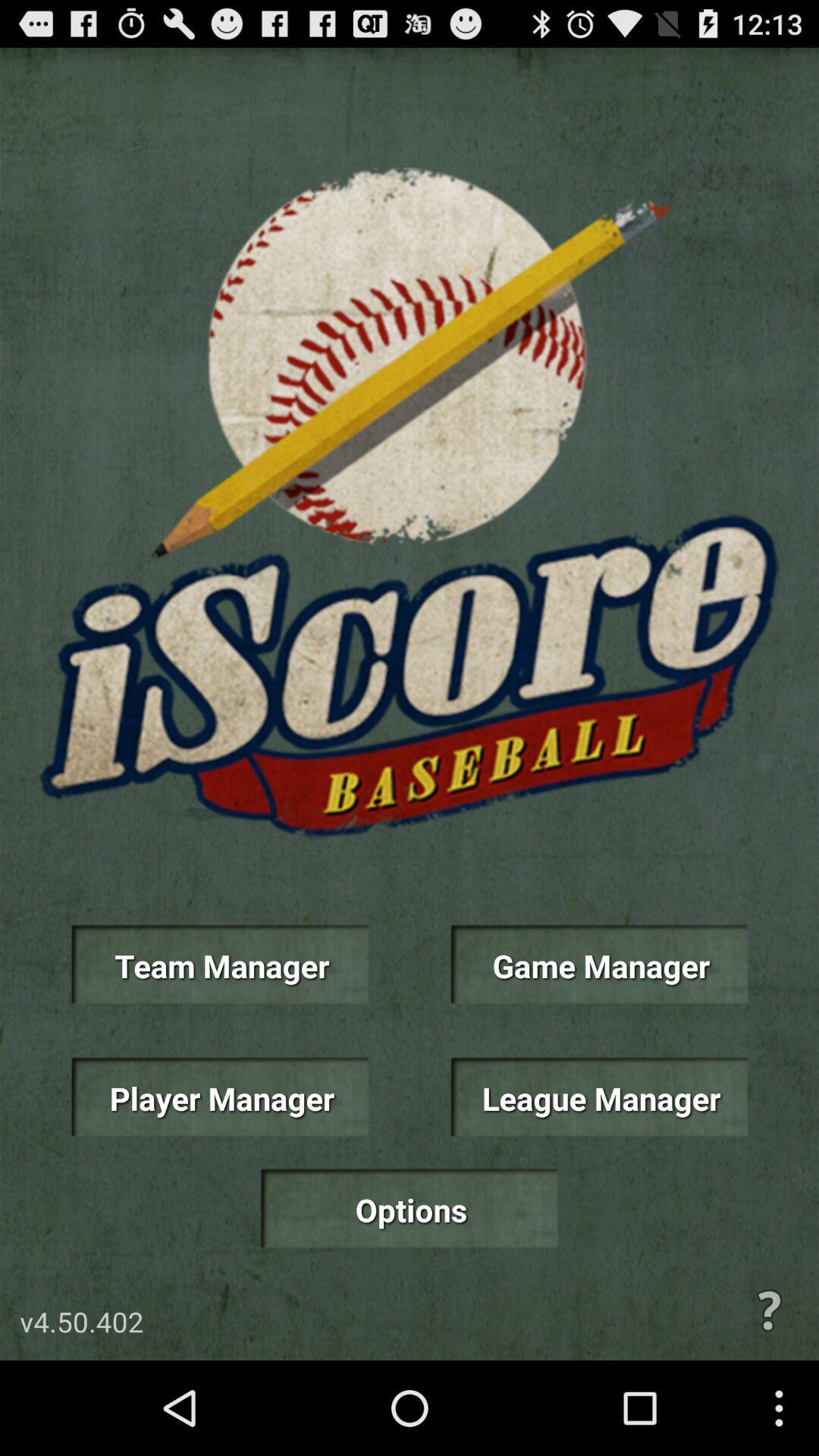  I want to click on icon to the left of game manager, so click(219, 964).